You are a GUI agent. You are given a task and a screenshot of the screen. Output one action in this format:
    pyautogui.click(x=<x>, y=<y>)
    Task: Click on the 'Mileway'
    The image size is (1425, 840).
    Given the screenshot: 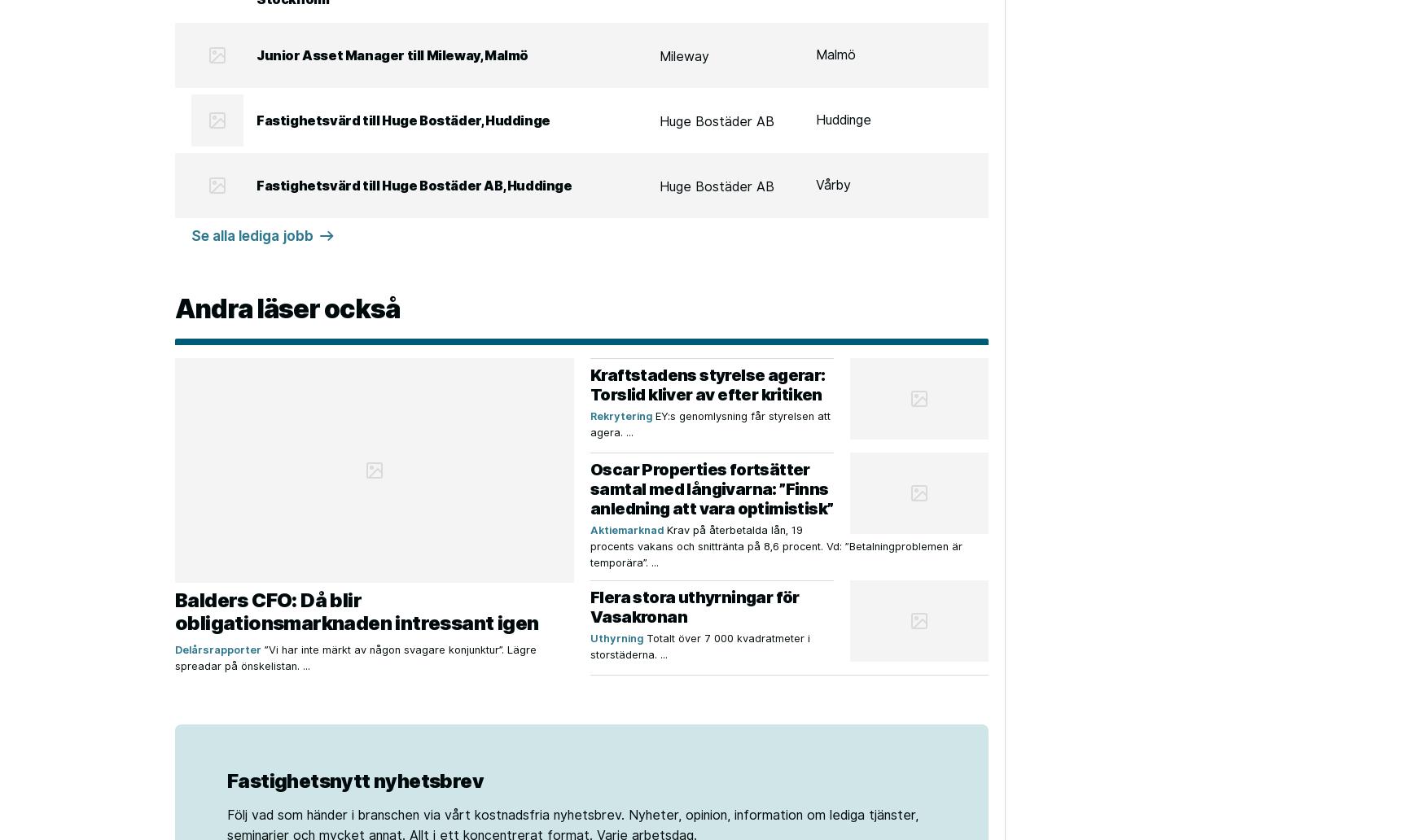 What is the action you would take?
    pyautogui.click(x=684, y=55)
    